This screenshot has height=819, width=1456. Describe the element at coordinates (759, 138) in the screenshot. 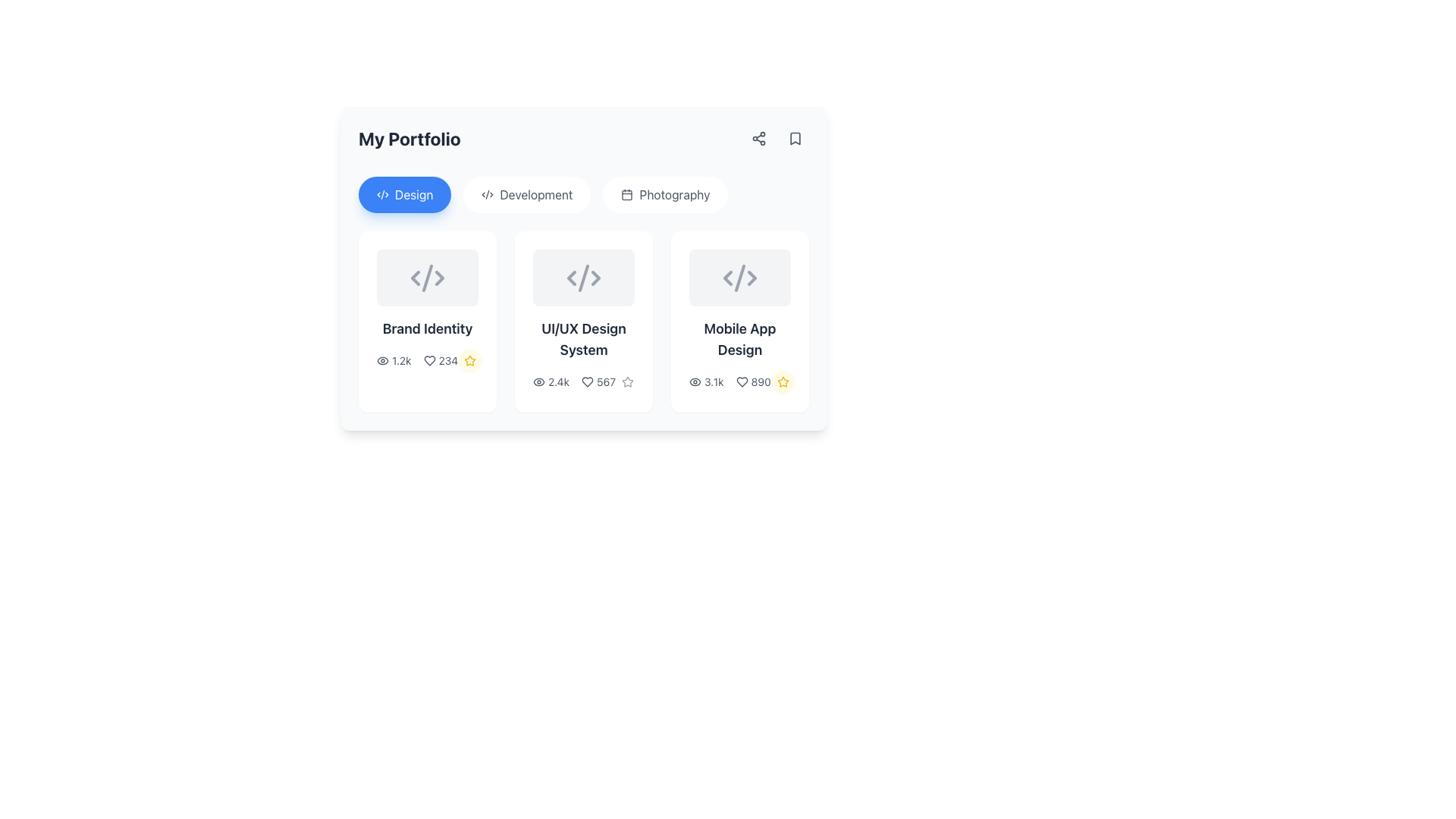

I see `the share button located at the top-right corner of the 'My Portfolio' section, which is the first button in a horizontal layout, positioned to the left of a bookmark icon button` at that location.